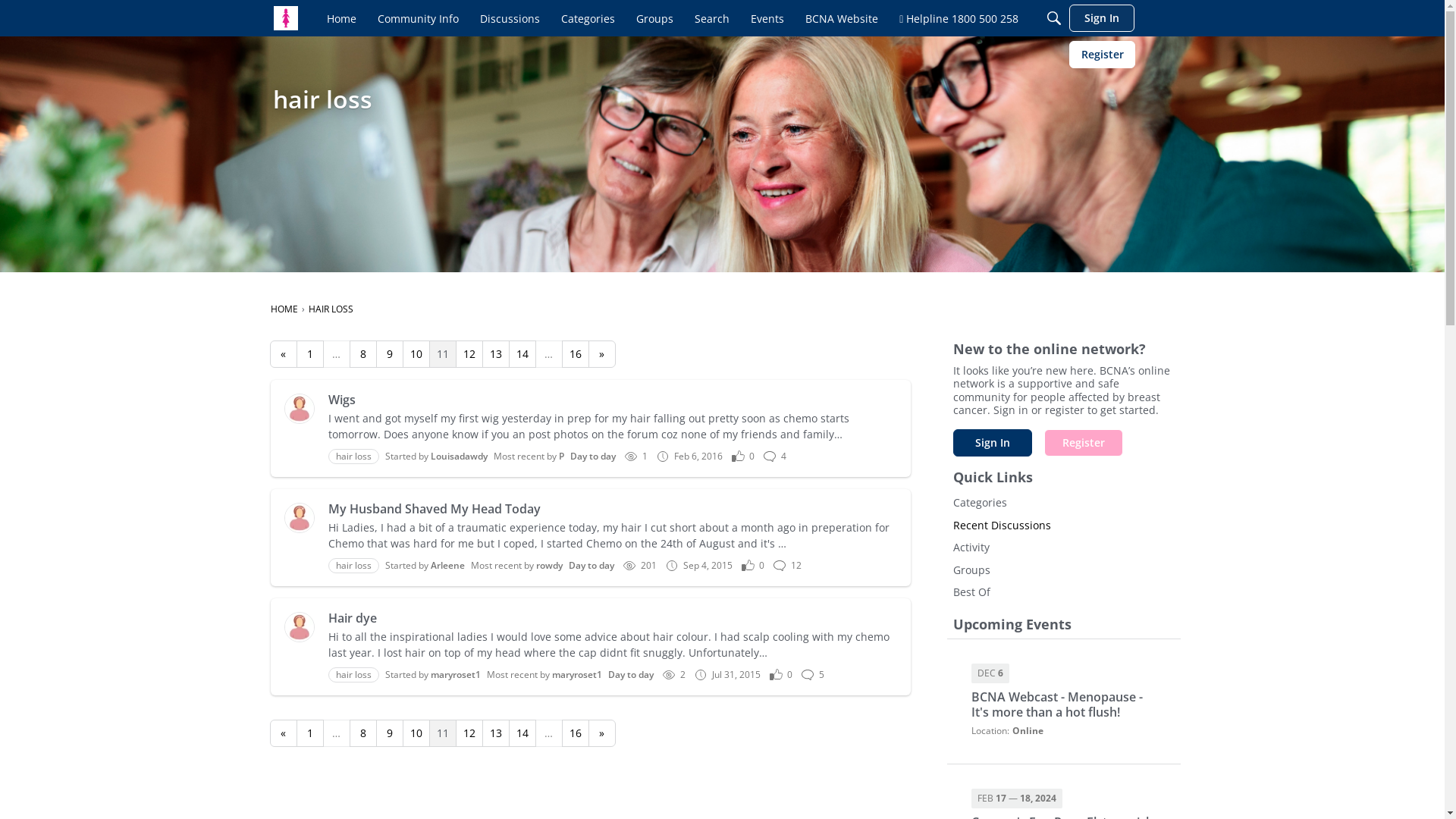 Image resolution: width=1456 pixels, height=819 pixels. Describe the element at coordinates (1062, 691) in the screenshot. I see `'DEC 6` at that location.